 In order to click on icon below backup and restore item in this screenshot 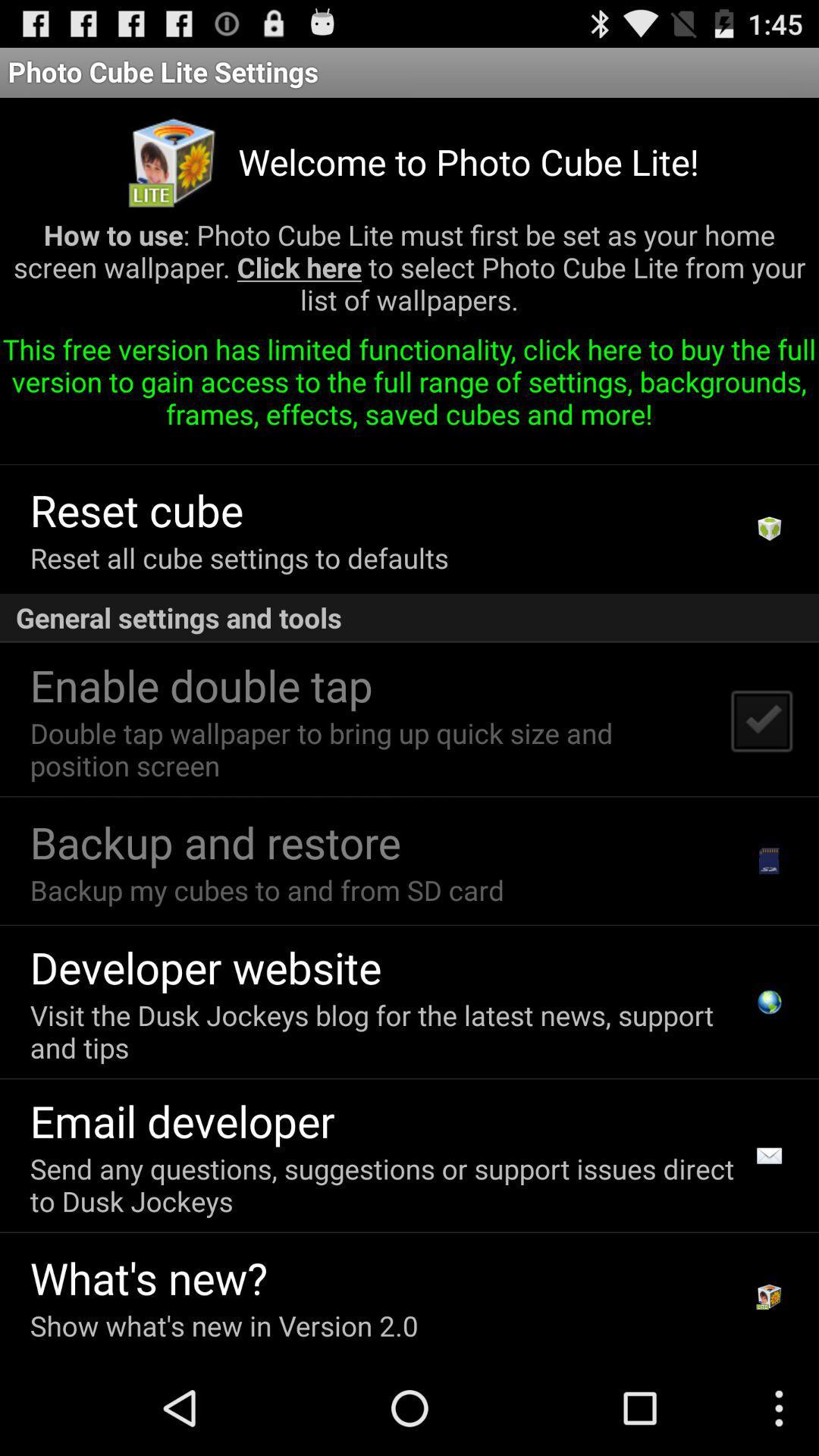, I will do `click(266, 890)`.